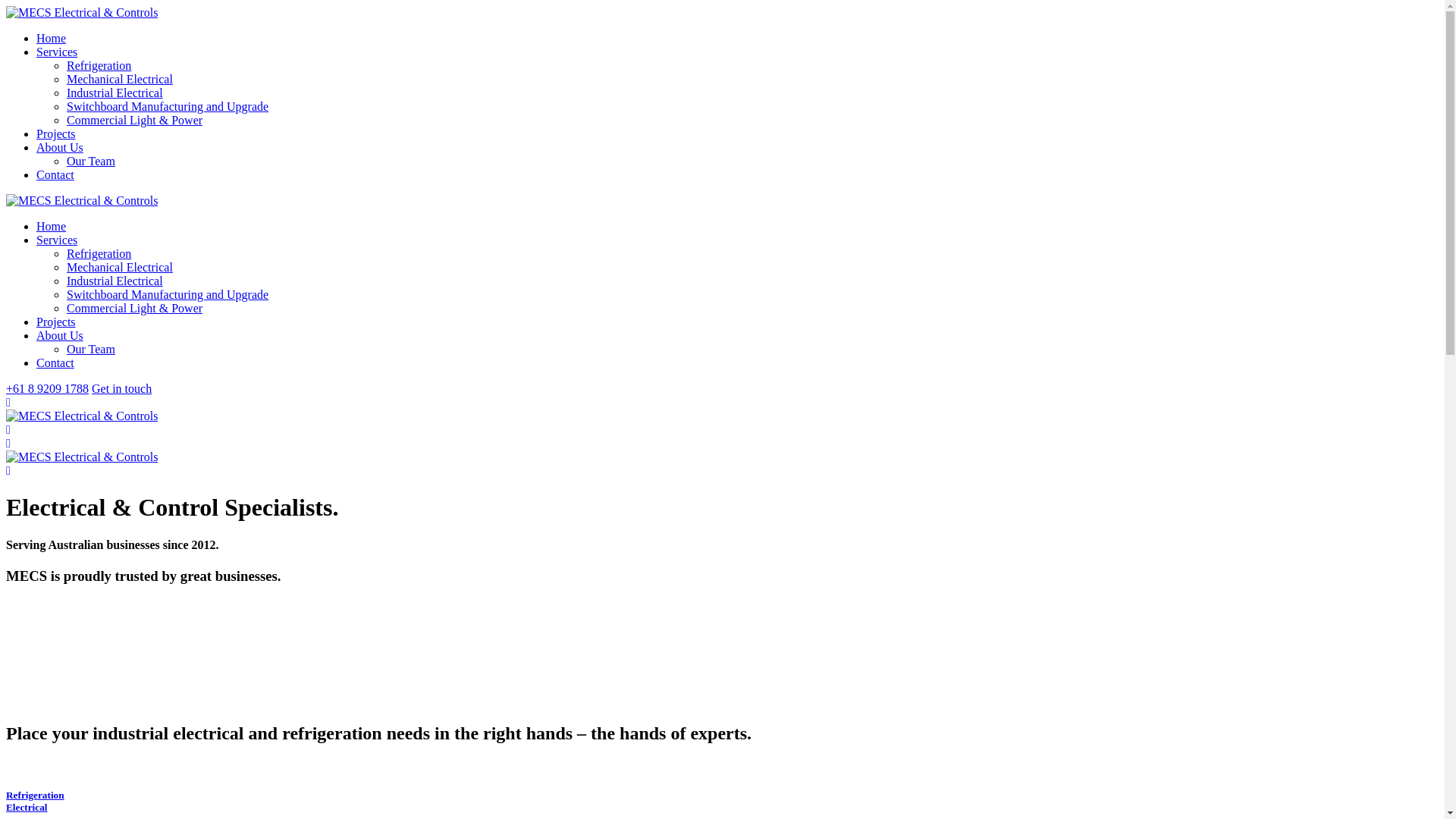 This screenshot has width=1456, height=819. Describe the element at coordinates (98, 64) in the screenshot. I see `'Refrigeration'` at that location.